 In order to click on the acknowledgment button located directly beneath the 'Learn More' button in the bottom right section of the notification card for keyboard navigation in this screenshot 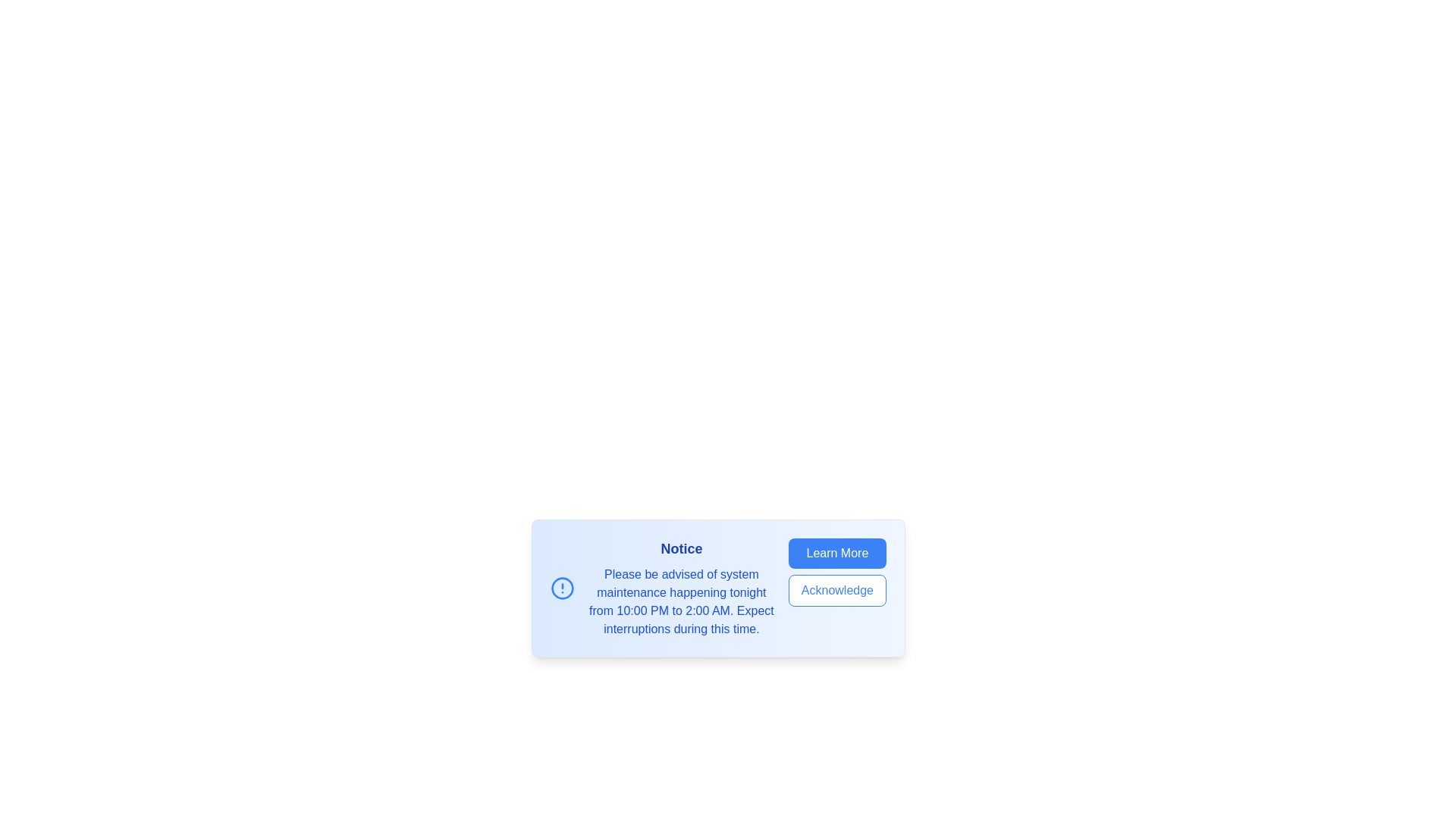, I will do `click(836, 590)`.